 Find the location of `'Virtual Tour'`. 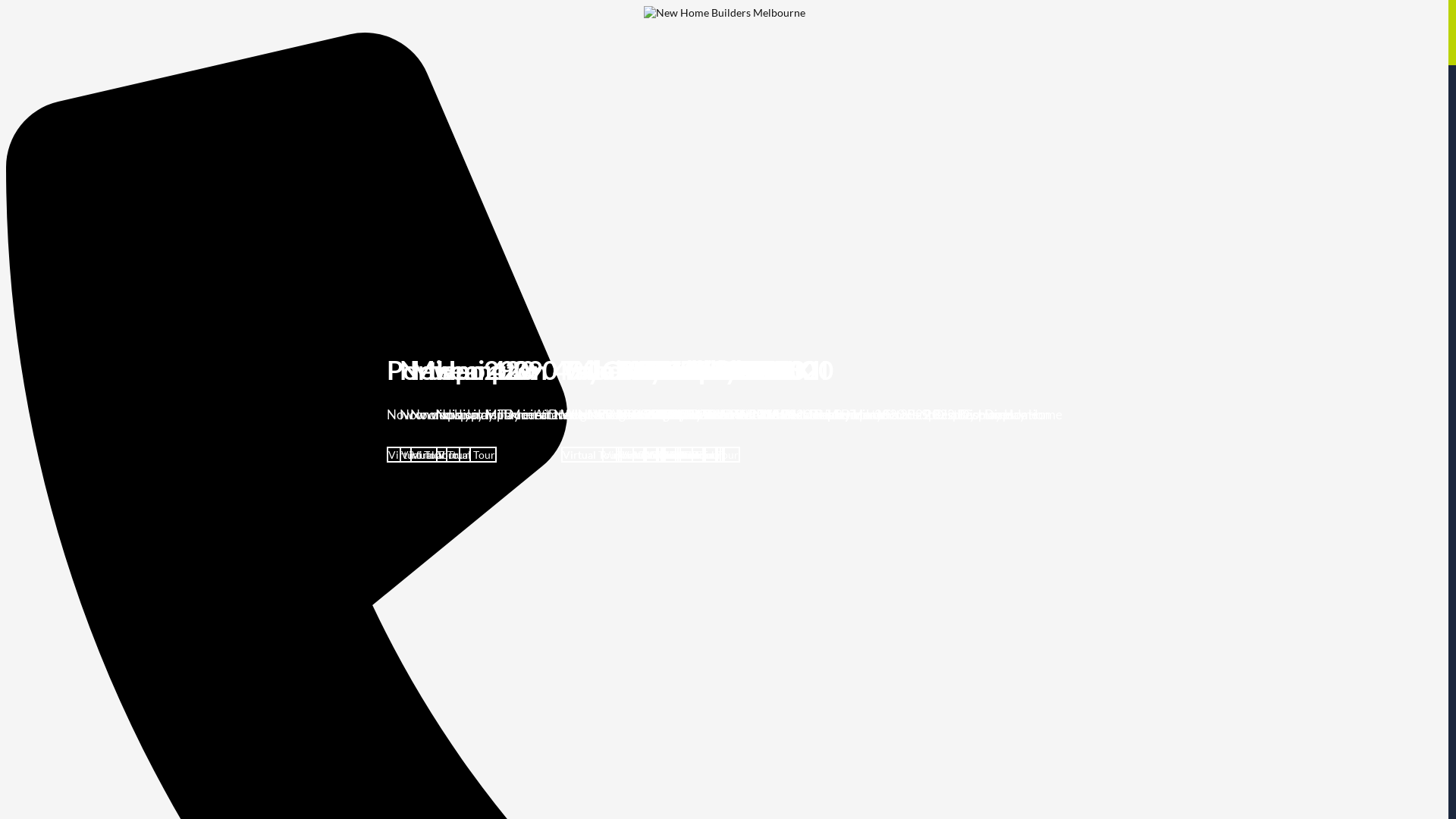

'Virtual Tour' is located at coordinates (675, 453).